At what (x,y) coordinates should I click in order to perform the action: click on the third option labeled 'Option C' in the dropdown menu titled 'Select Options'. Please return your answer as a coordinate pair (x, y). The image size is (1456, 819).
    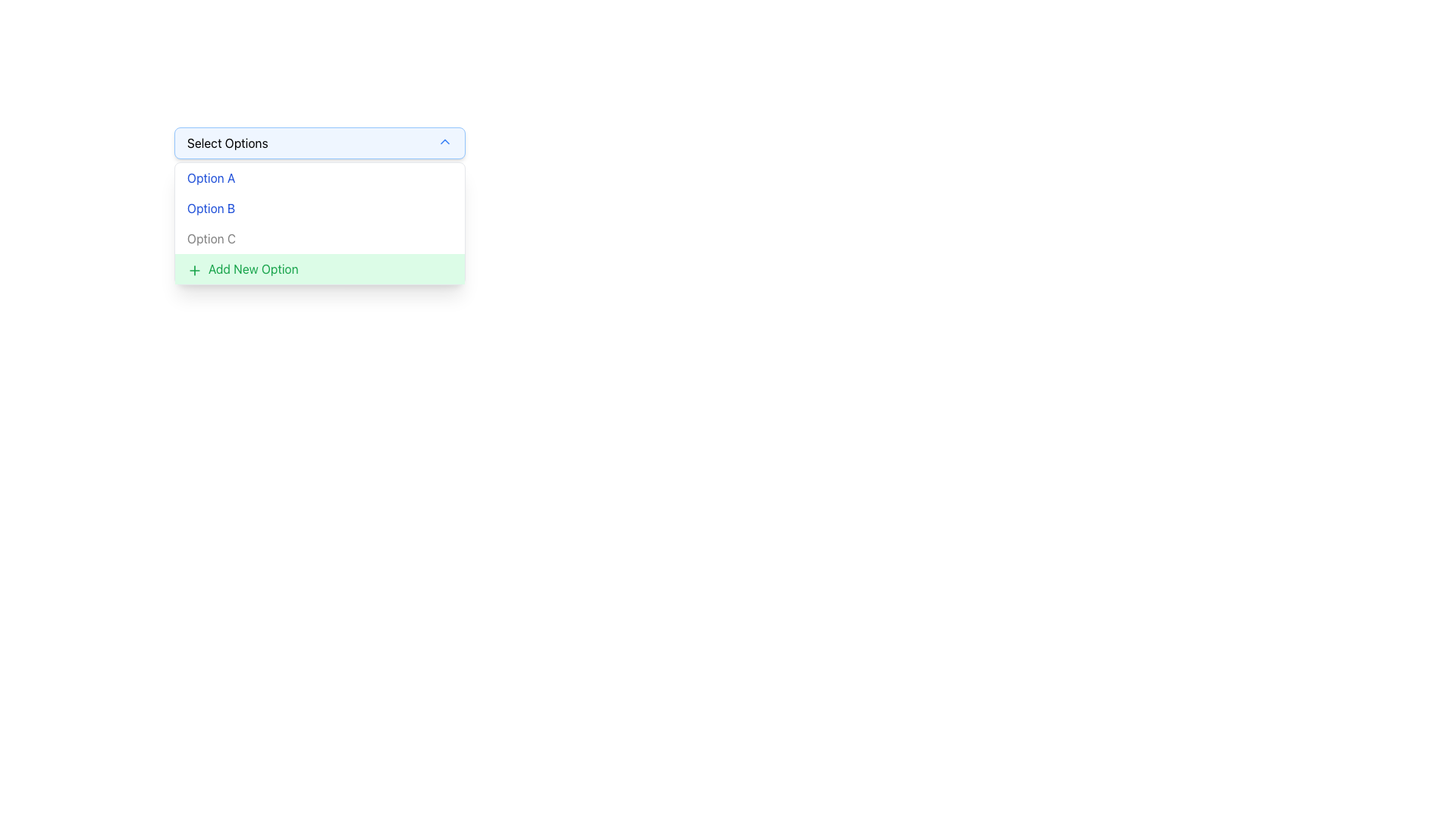
    Looking at the image, I should click on (210, 239).